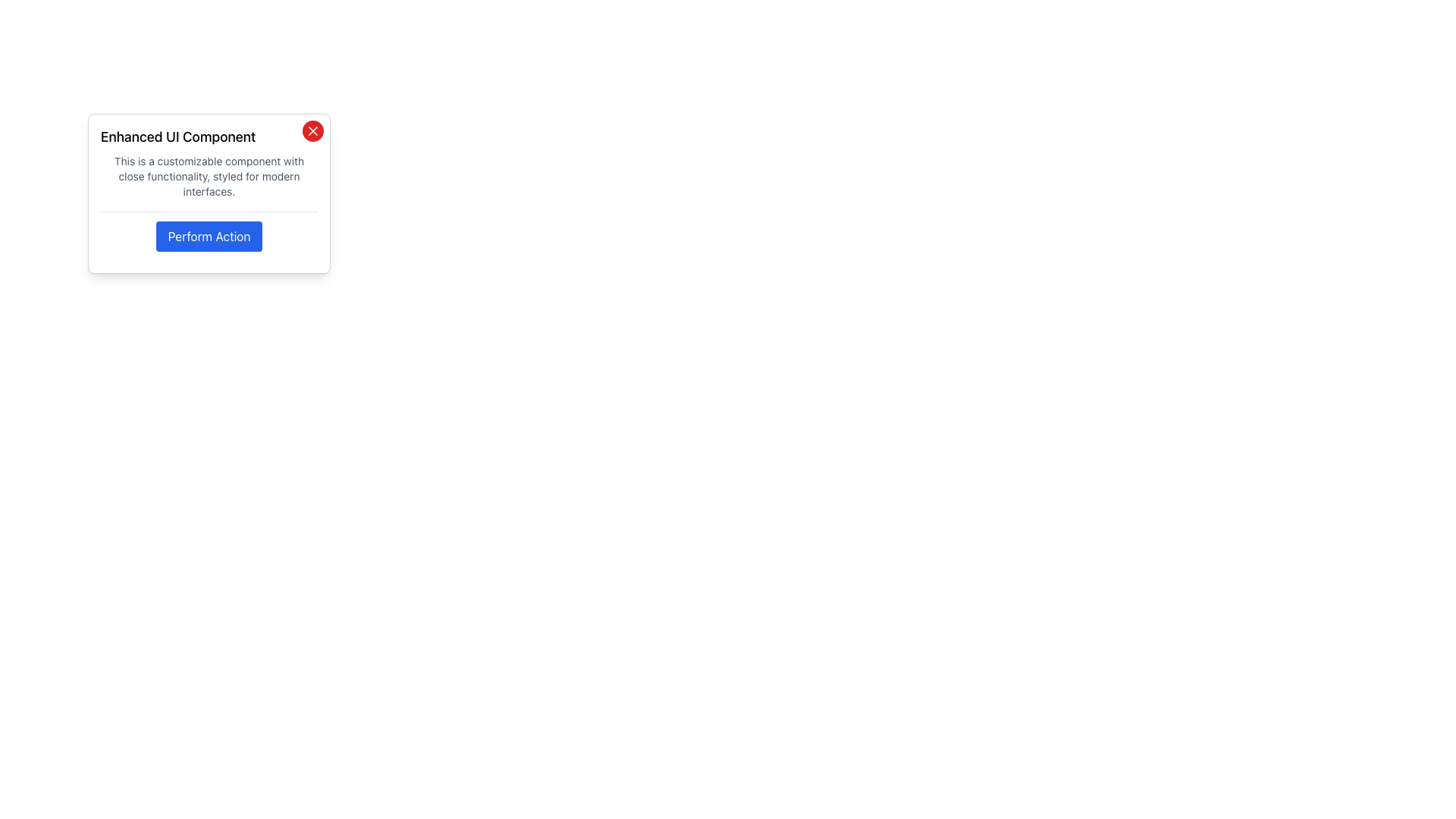  What do you see at coordinates (312, 130) in the screenshot?
I see `the 'x' icon located in the top-right corner of the card UI to initiate the close action` at bounding box center [312, 130].